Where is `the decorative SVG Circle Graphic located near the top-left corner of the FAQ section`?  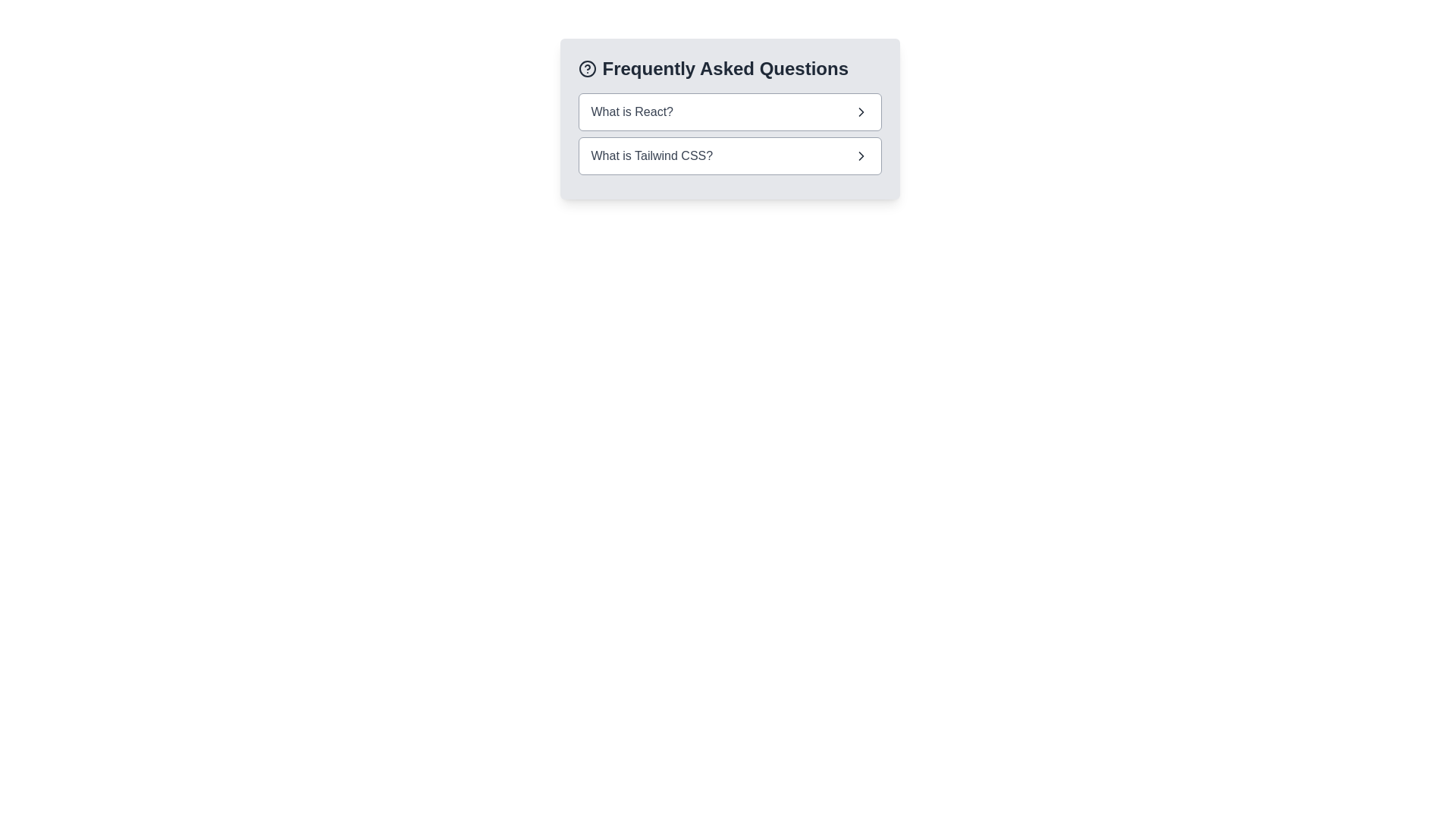
the decorative SVG Circle Graphic located near the top-left corner of the FAQ section is located at coordinates (586, 69).